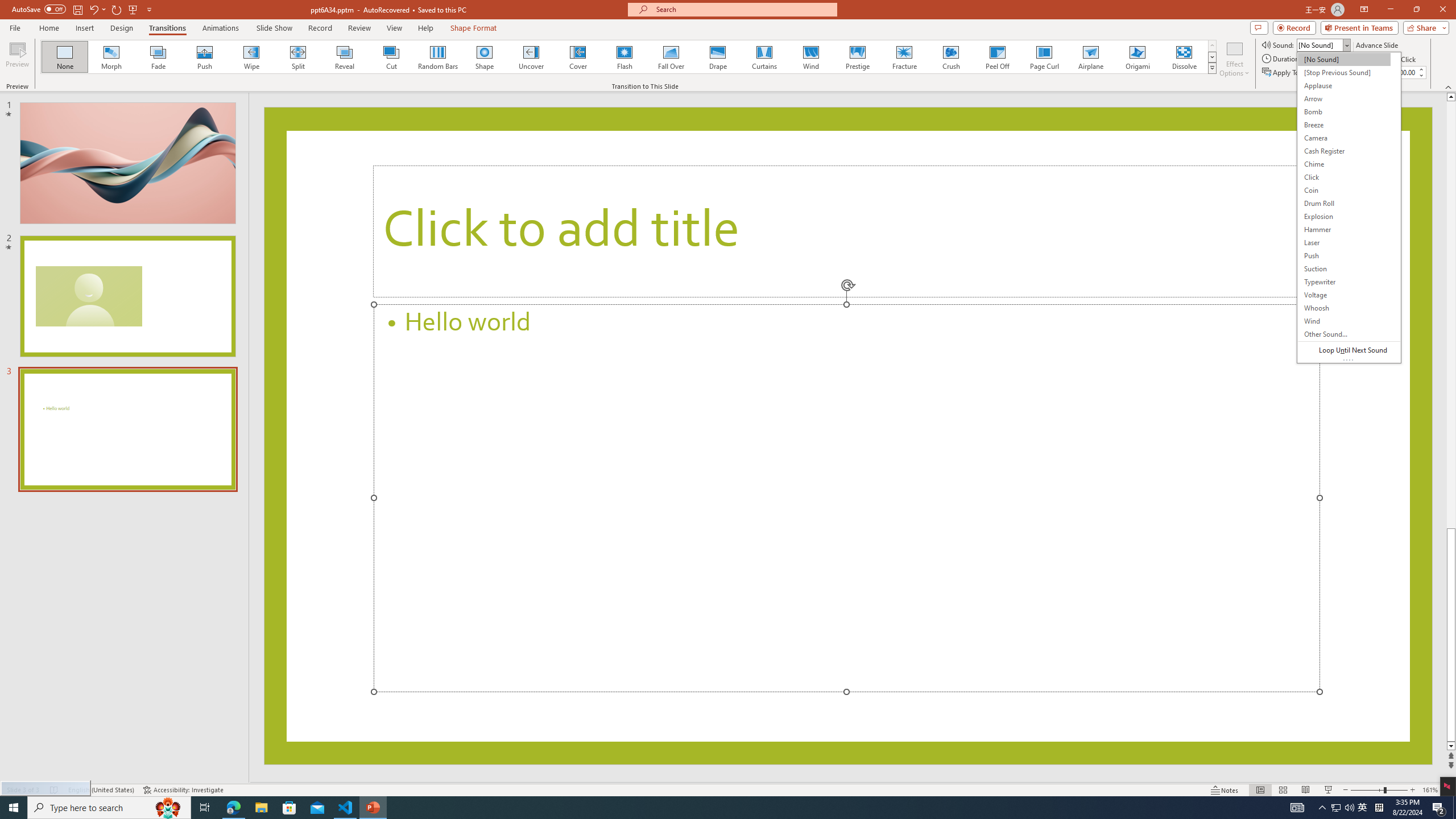 The width and height of the screenshot is (1456, 819). I want to click on 'Prestige', so click(857, 56).